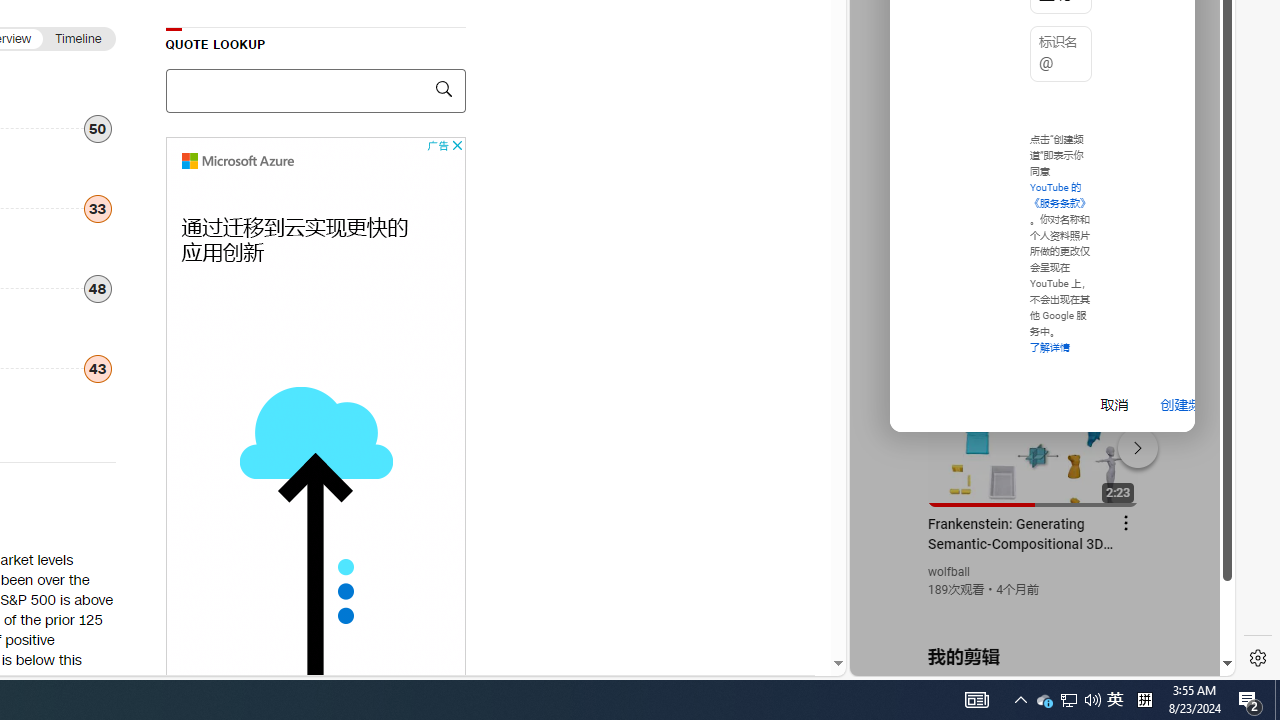 The width and height of the screenshot is (1280, 720). What do you see at coordinates (948, 572) in the screenshot?
I see `'wolfball'` at bounding box center [948, 572].